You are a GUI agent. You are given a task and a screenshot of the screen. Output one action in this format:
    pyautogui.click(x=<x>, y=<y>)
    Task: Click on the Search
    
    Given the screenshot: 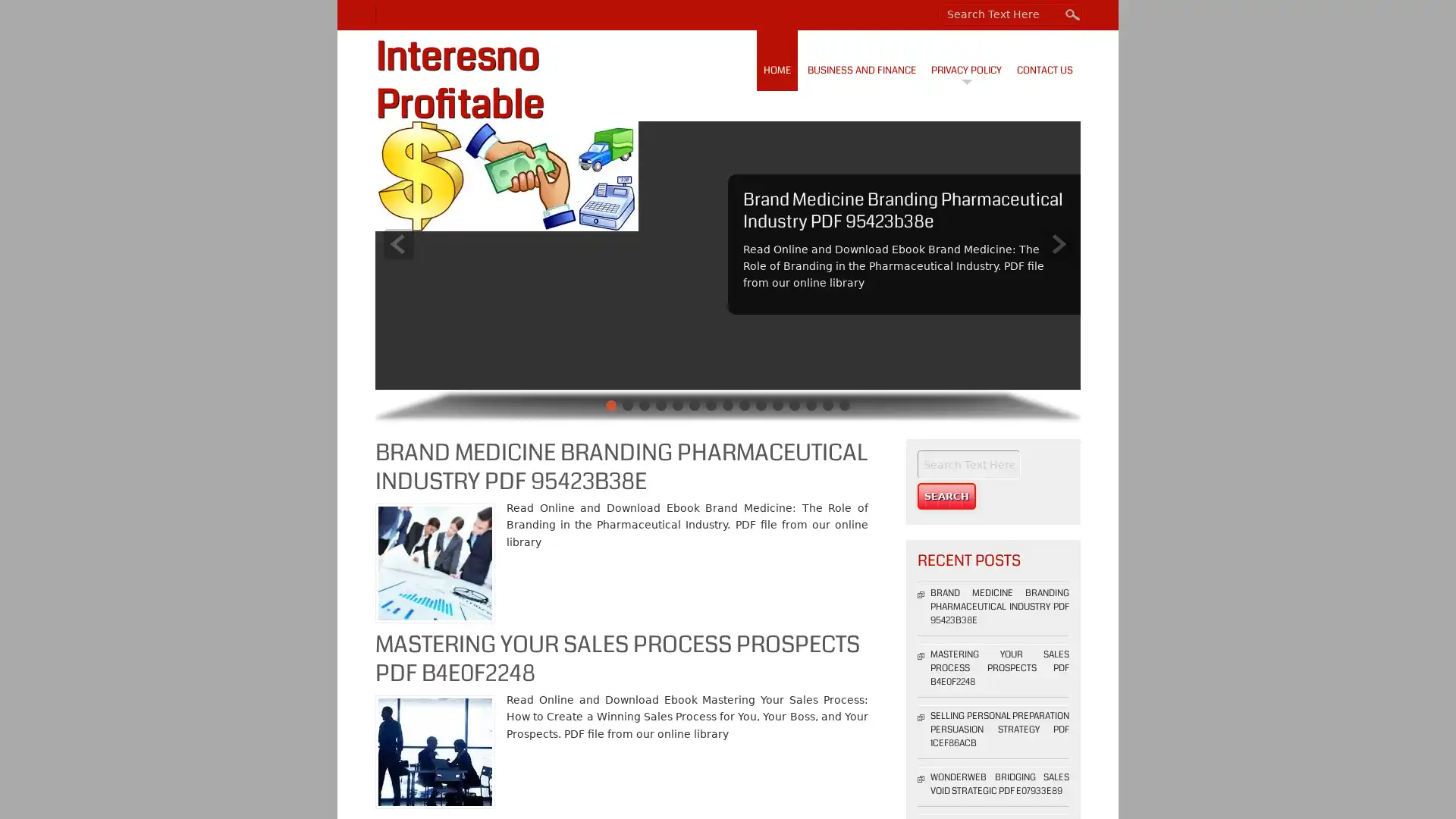 What is the action you would take?
    pyautogui.click(x=946, y=496)
    